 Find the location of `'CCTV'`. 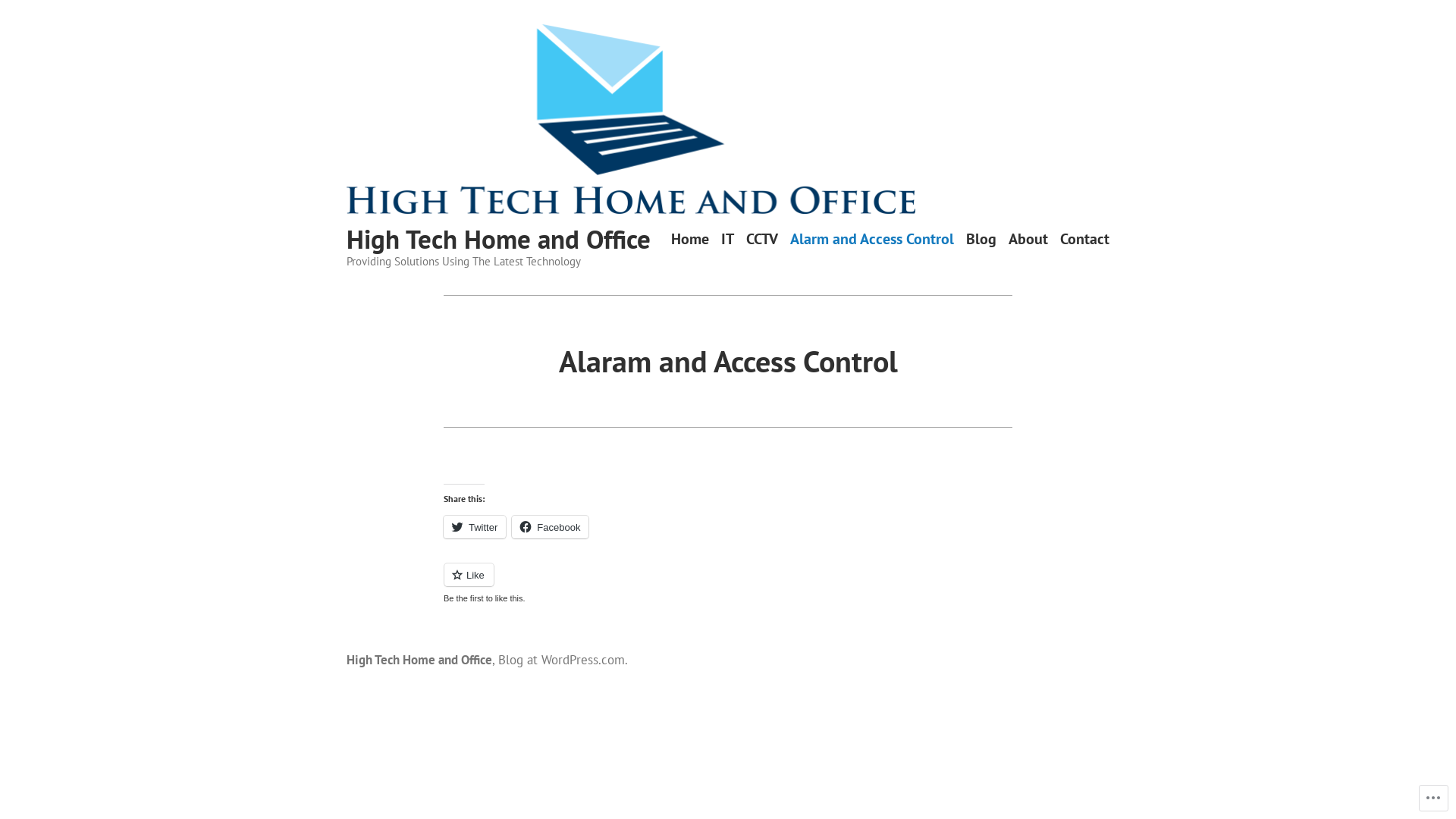

'CCTV' is located at coordinates (761, 239).